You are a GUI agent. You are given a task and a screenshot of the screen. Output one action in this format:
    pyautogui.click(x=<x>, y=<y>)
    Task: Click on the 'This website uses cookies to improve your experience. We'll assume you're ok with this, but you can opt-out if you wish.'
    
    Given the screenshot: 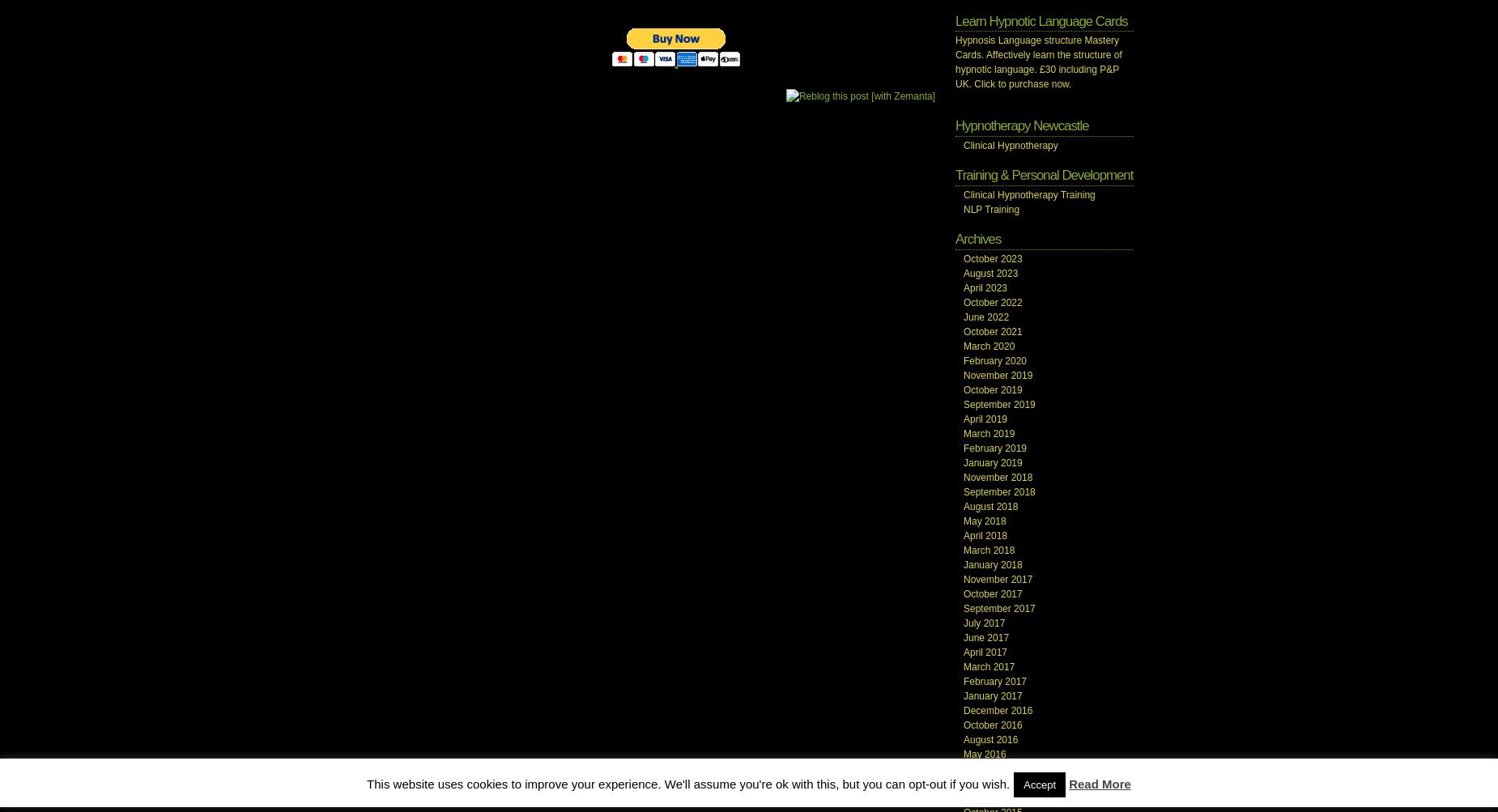 What is the action you would take?
    pyautogui.click(x=688, y=783)
    